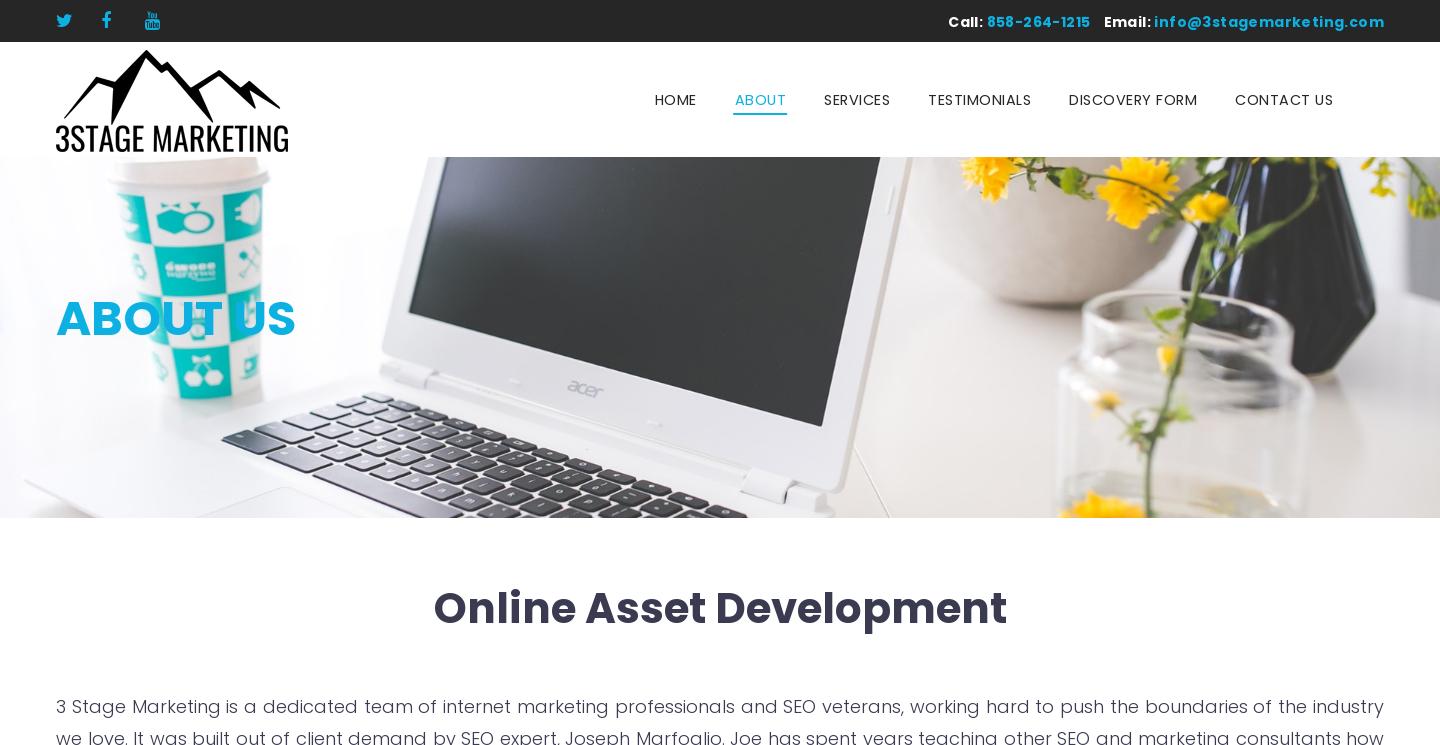  I want to click on 'Testimonials', so click(978, 99).